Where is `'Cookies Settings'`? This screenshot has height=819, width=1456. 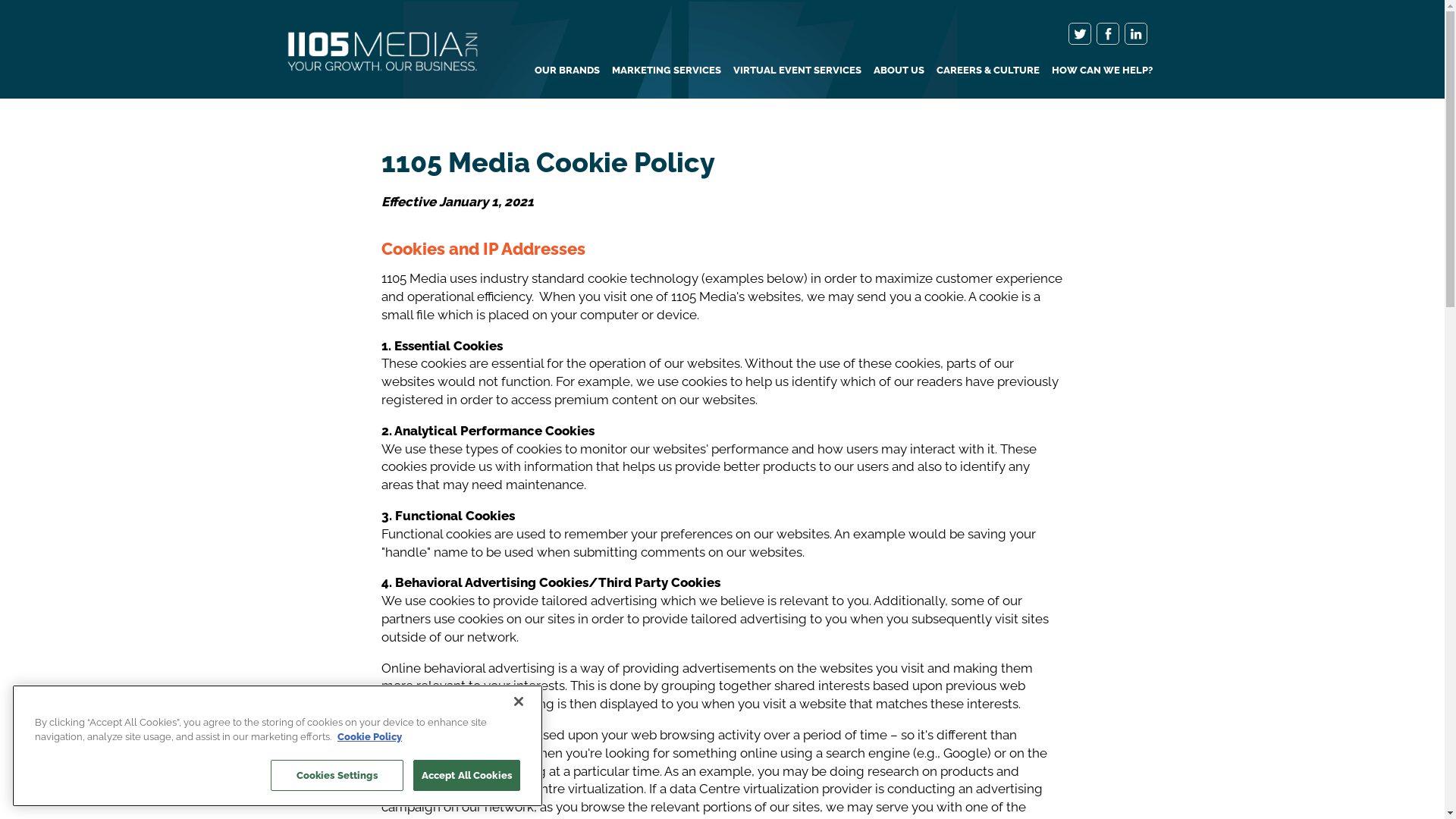 'Cookies Settings' is located at coordinates (336, 775).